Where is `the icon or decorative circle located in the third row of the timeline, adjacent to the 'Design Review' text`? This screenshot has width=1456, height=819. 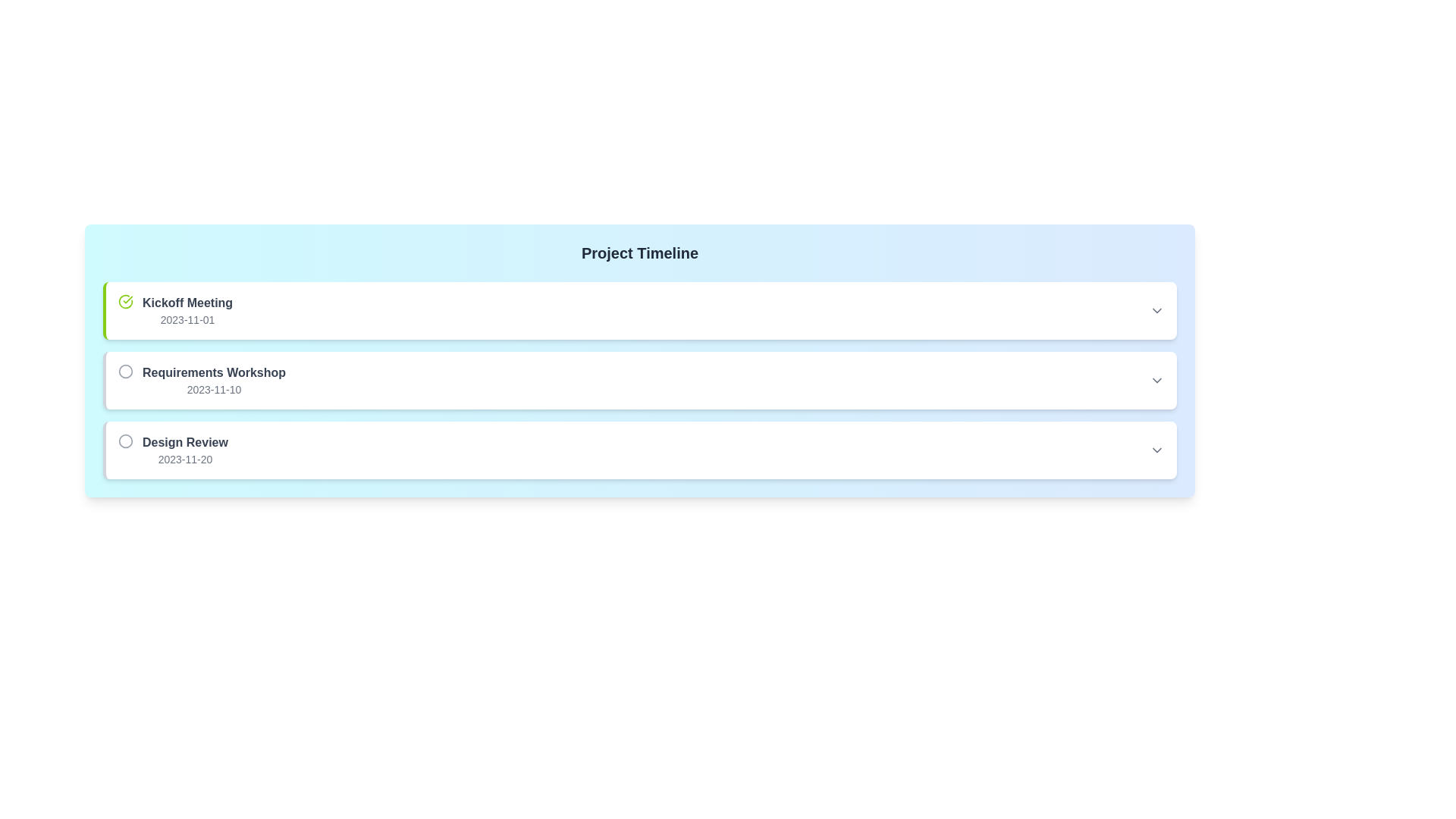 the icon or decorative circle located in the third row of the timeline, adjacent to the 'Design Review' text is located at coordinates (126, 441).